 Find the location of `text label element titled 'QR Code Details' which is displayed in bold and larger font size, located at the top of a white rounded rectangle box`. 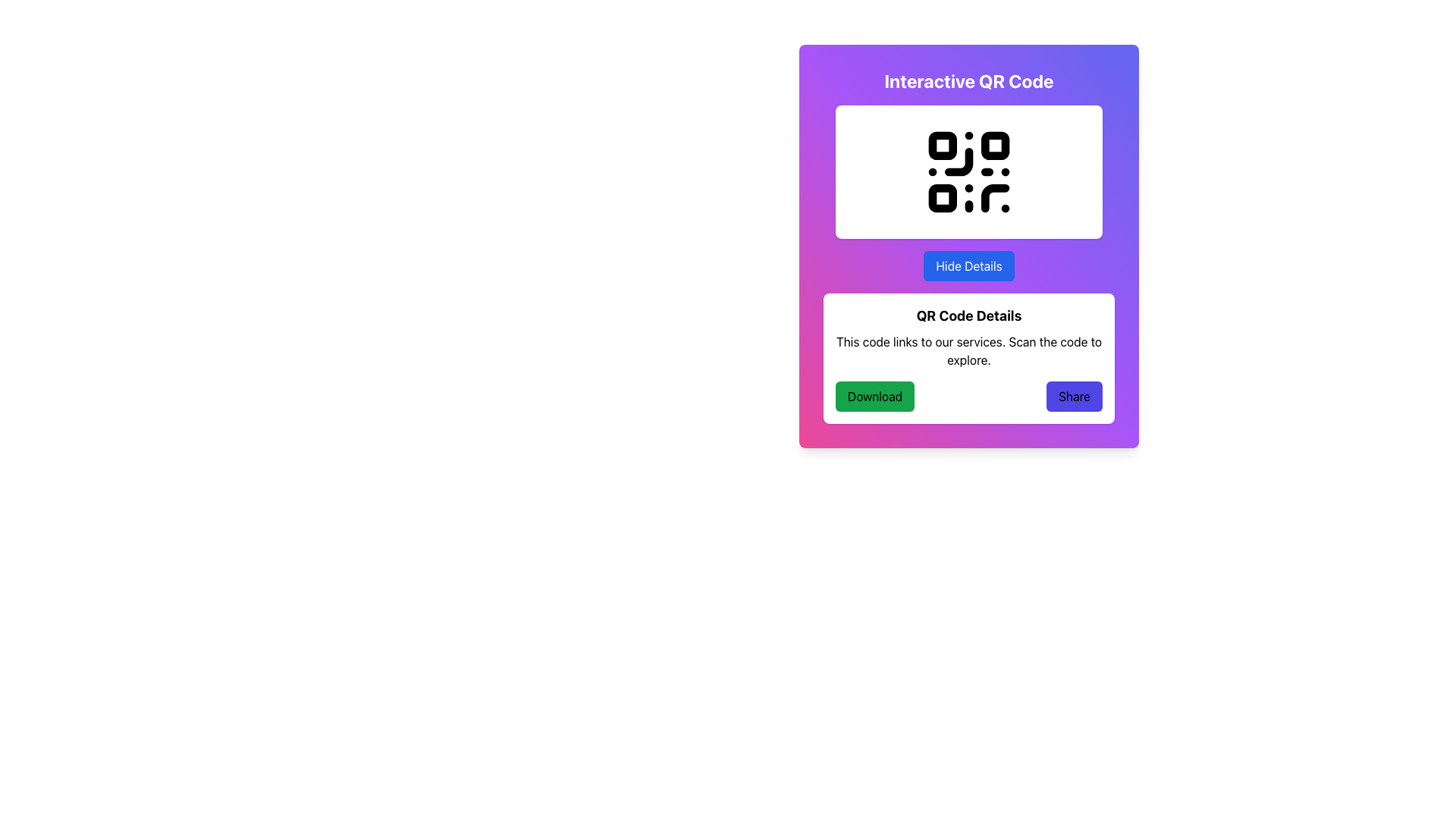

text label element titled 'QR Code Details' which is displayed in bold and larger font size, located at the top of a white rounded rectangle box is located at coordinates (968, 315).